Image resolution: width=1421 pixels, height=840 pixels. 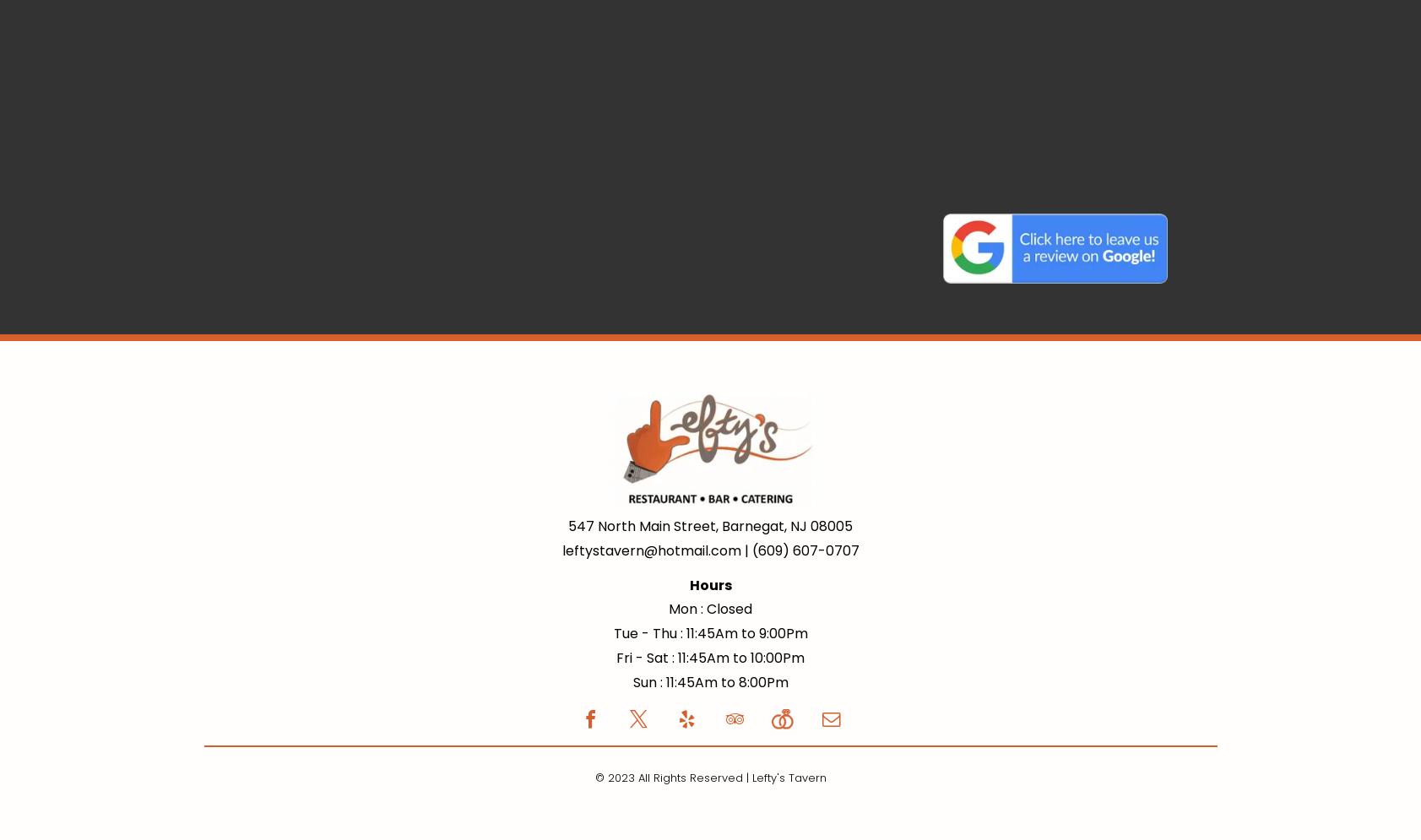 I want to click on 'All Rights Reserved | Lefty's Tavern', so click(x=731, y=777).